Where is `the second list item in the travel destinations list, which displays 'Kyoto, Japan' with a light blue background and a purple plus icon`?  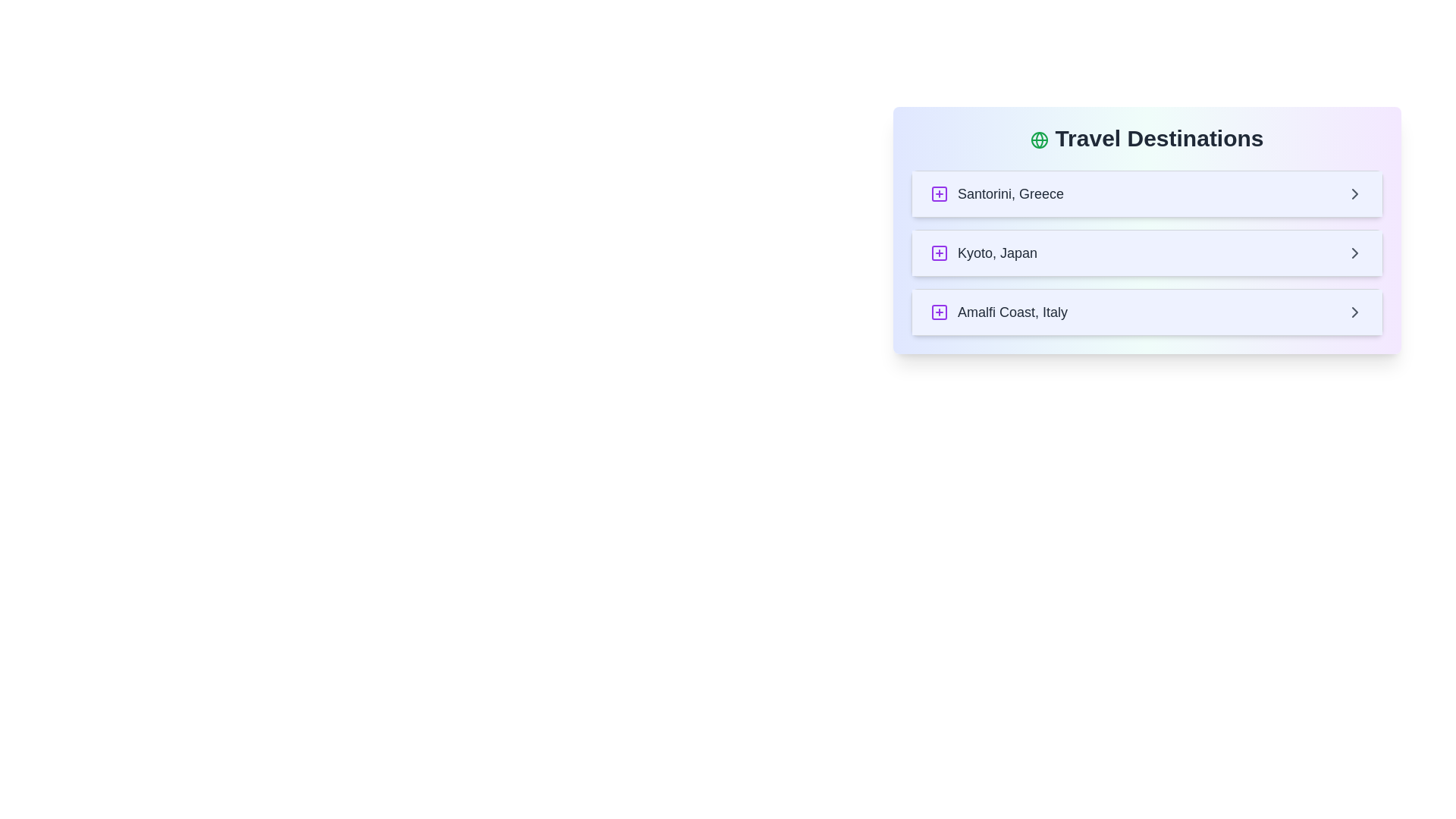
the second list item in the travel destinations list, which displays 'Kyoto, Japan' with a light blue background and a purple plus icon is located at coordinates (984, 253).